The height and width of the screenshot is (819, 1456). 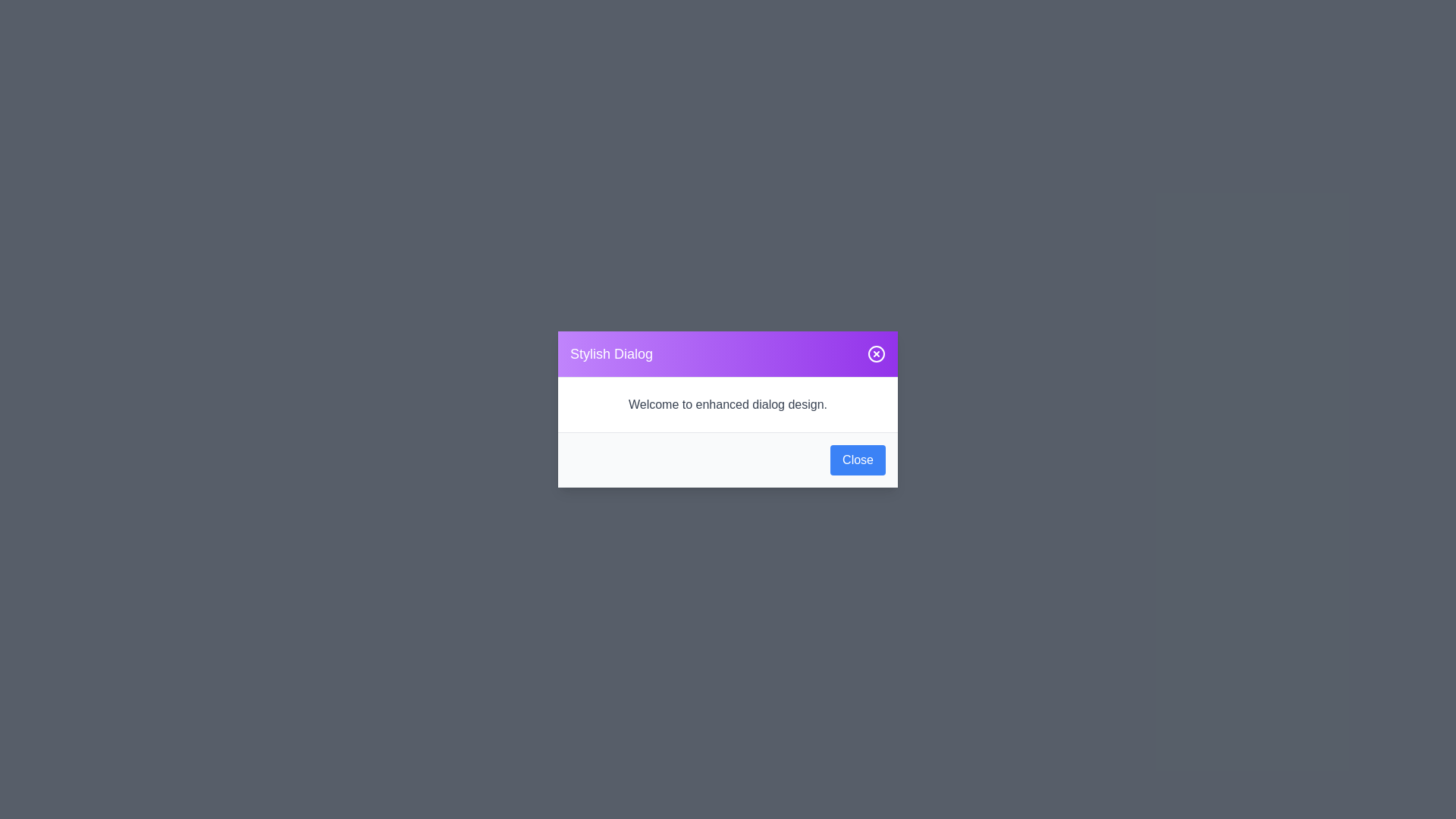 I want to click on the 'Close' button located at the bottom right of the dialog box, so click(x=858, y=459).